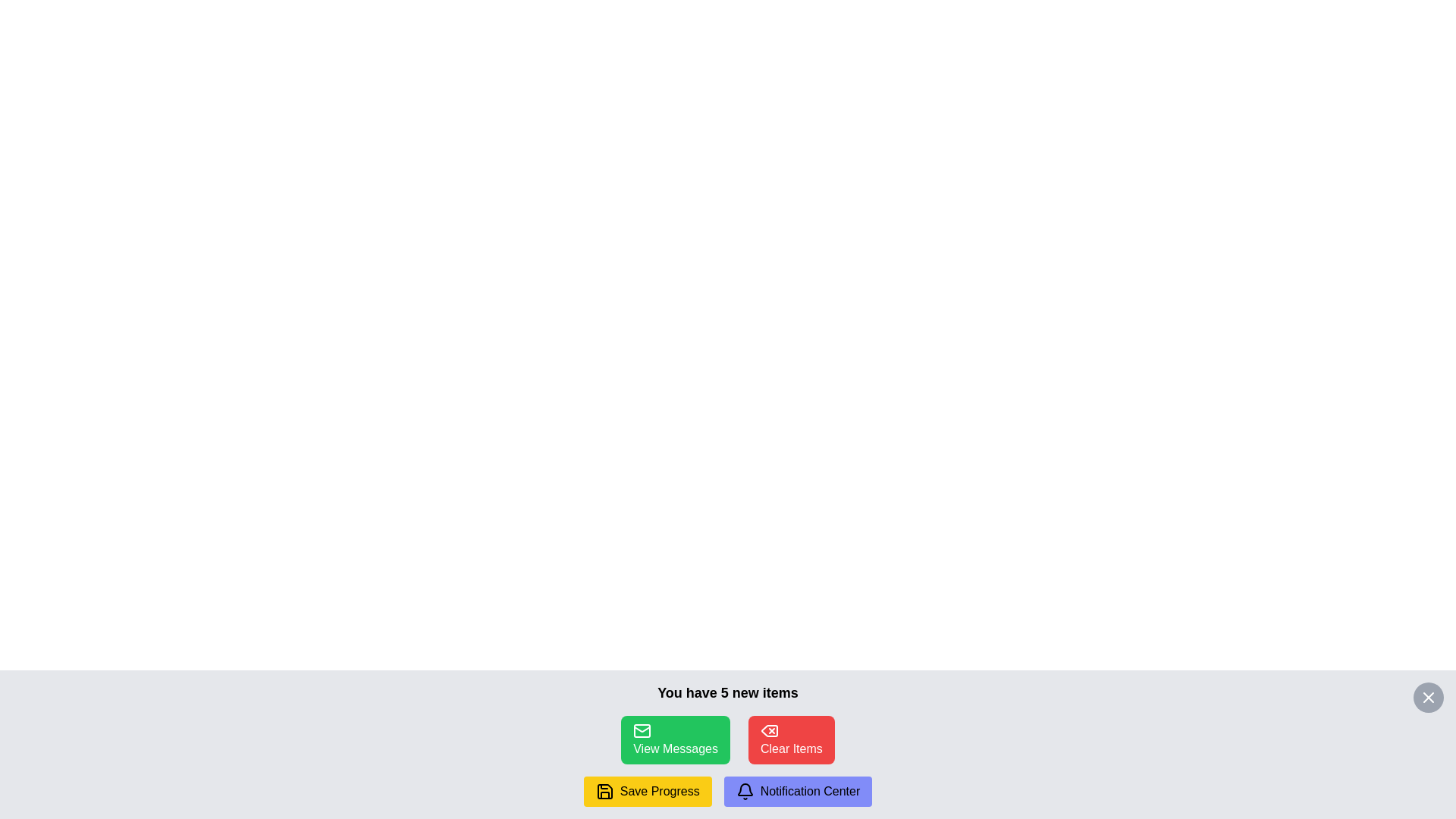 The width and height of the screenshot is (1456, 819). I want to click on the mail icon that visually resembles an open envelope with a curved line inside, so click(642, 728).